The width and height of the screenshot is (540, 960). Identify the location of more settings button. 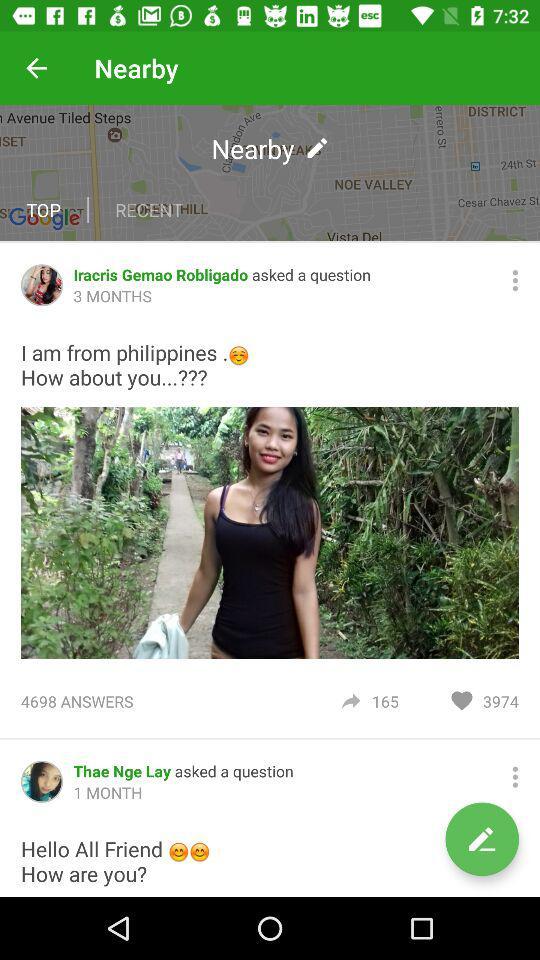
(515, 279).